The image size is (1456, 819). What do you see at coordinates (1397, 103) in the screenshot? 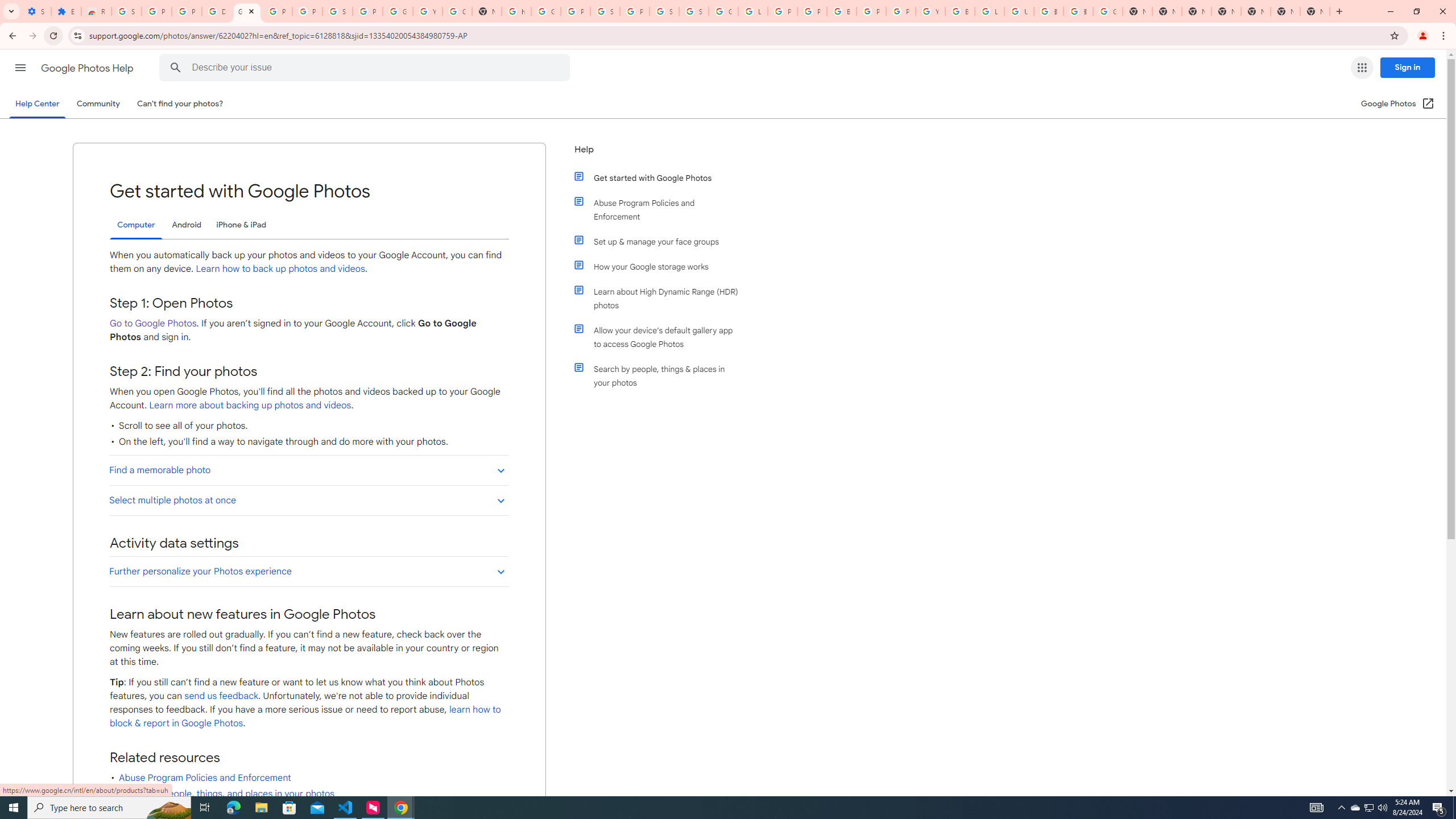
I see `'Google Photos (Open in a new window)'` at bounding box center [1397, 103].